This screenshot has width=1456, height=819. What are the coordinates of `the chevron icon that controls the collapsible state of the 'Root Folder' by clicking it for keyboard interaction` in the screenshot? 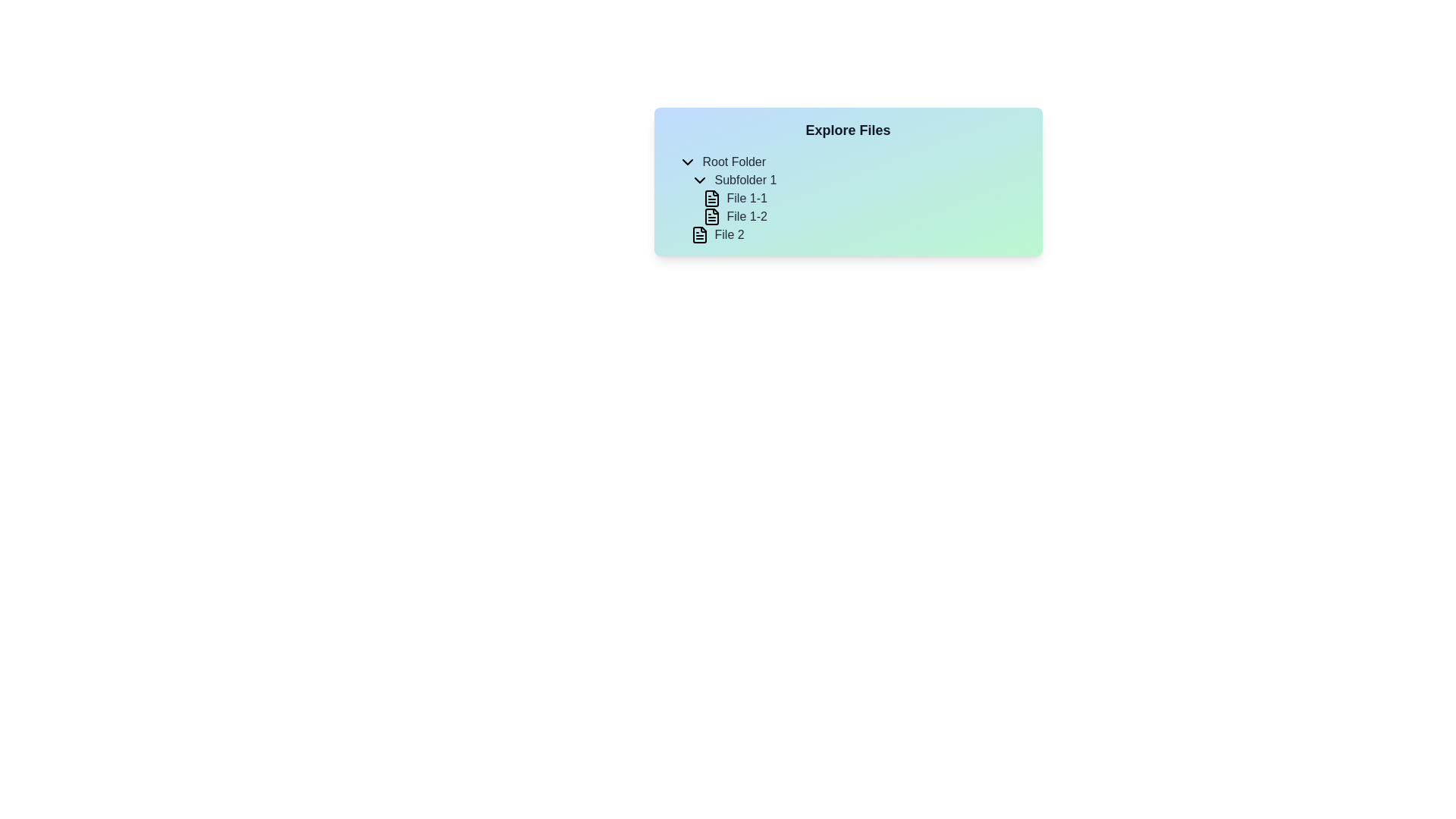 It's located at (686, 162).